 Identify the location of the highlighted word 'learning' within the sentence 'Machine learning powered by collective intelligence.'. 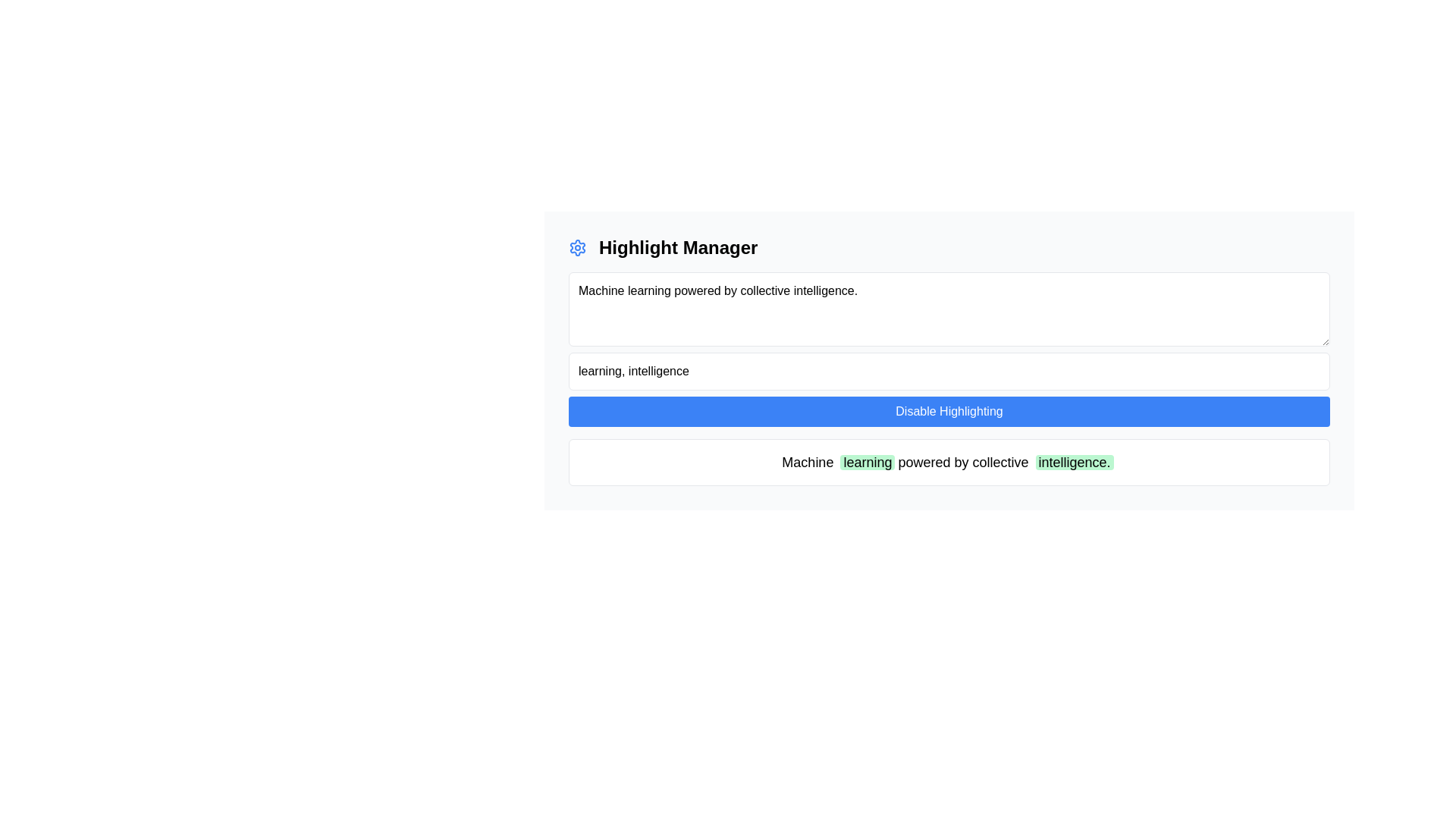
(868, 461).